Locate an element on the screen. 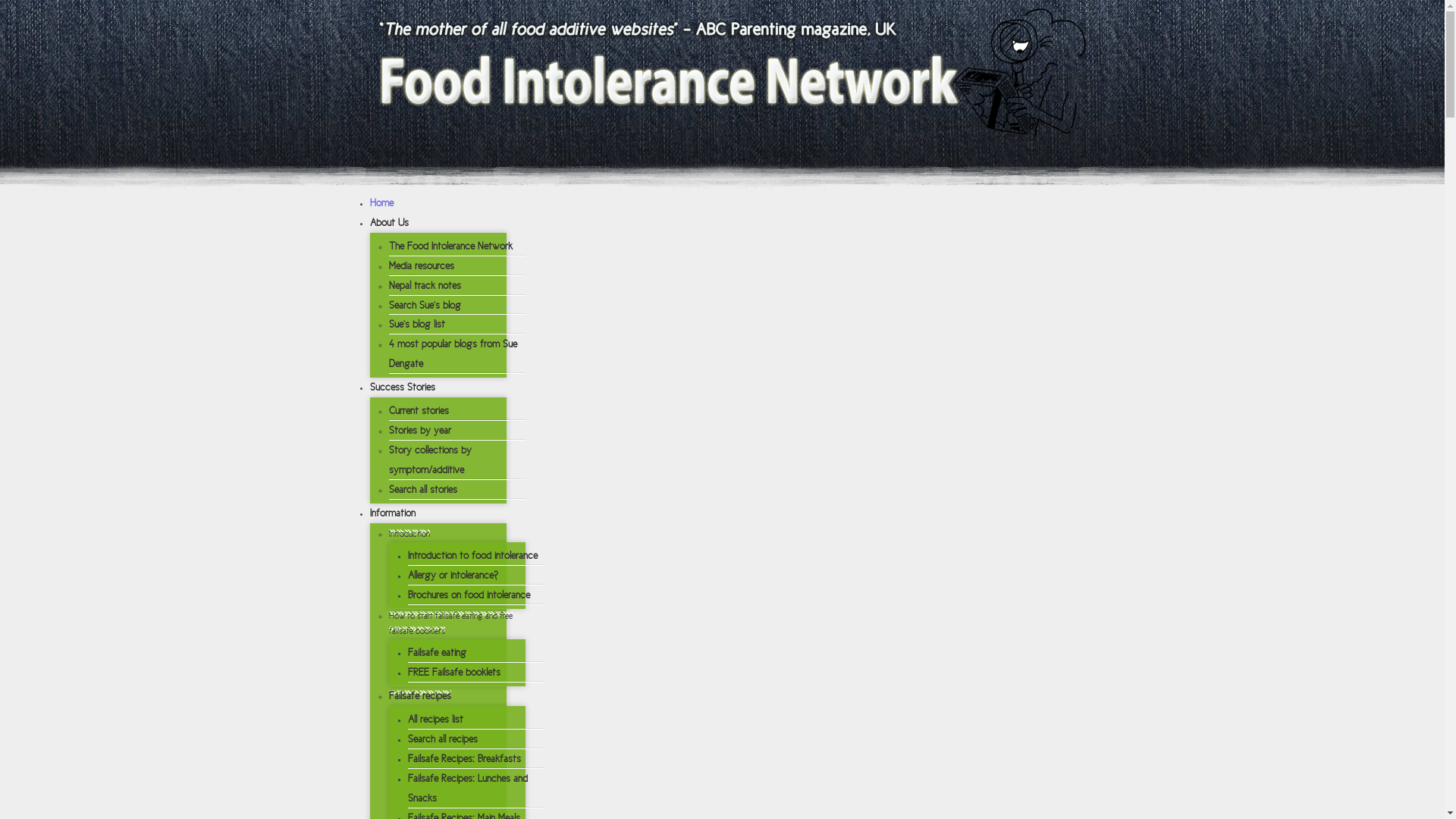 This screenshot has height=819, width=1456. 'Success story [992]' is located at coordinates (752, 491).